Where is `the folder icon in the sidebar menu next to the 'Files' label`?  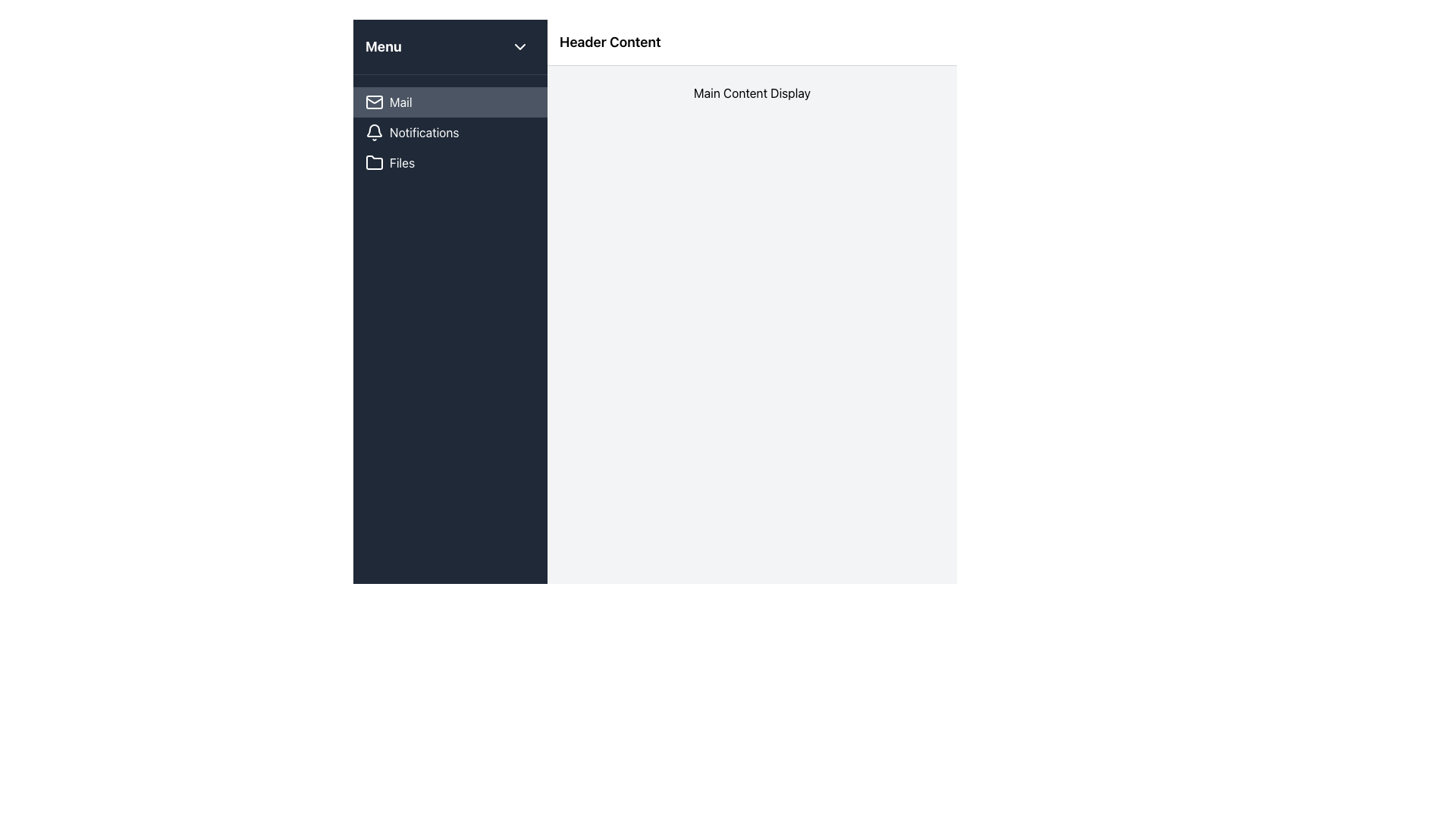 the folder icon in the sidebar menu next to the 'Files' label is located at coordinates (375, 162).